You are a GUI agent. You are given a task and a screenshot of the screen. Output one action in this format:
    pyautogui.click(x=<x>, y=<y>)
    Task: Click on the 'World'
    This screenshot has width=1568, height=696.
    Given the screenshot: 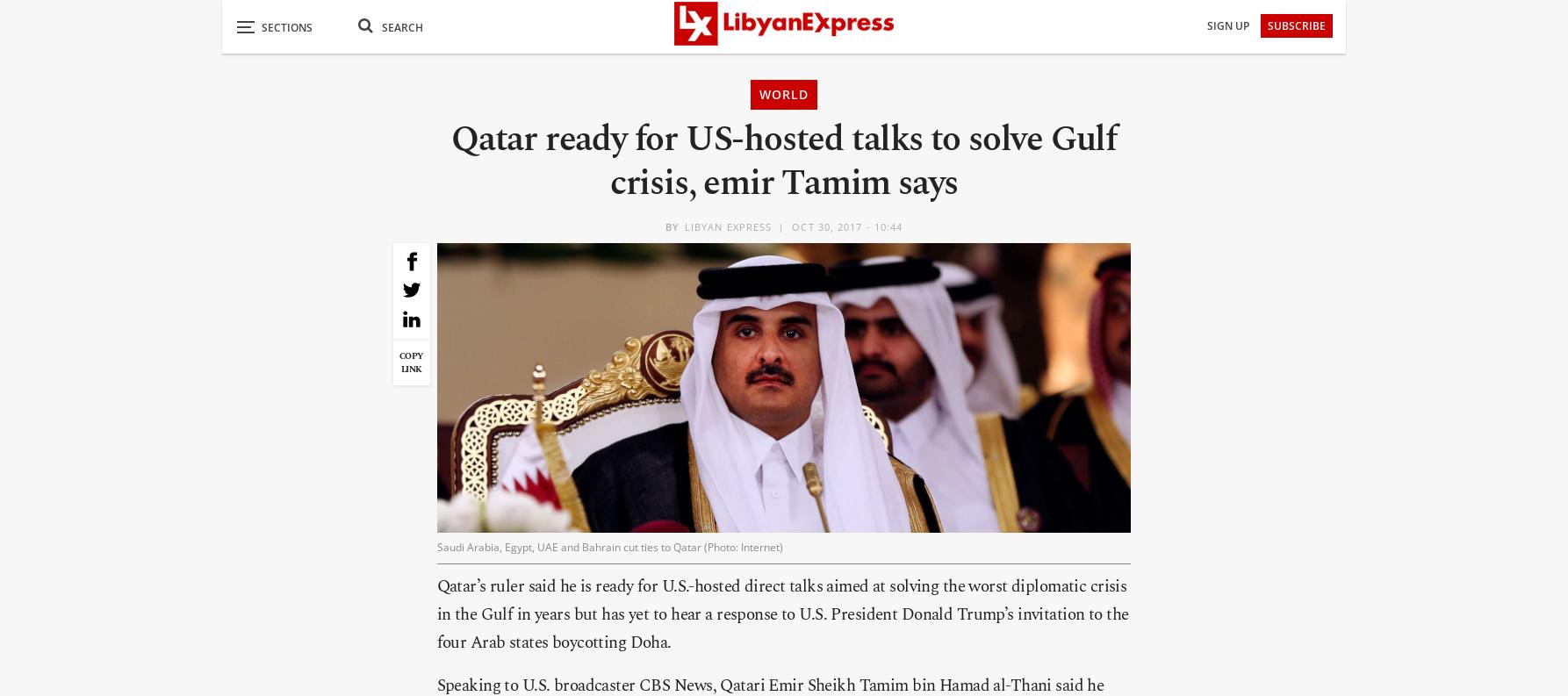 What is the action you would take?
    pyautogui.click(x=781, y=93)
    